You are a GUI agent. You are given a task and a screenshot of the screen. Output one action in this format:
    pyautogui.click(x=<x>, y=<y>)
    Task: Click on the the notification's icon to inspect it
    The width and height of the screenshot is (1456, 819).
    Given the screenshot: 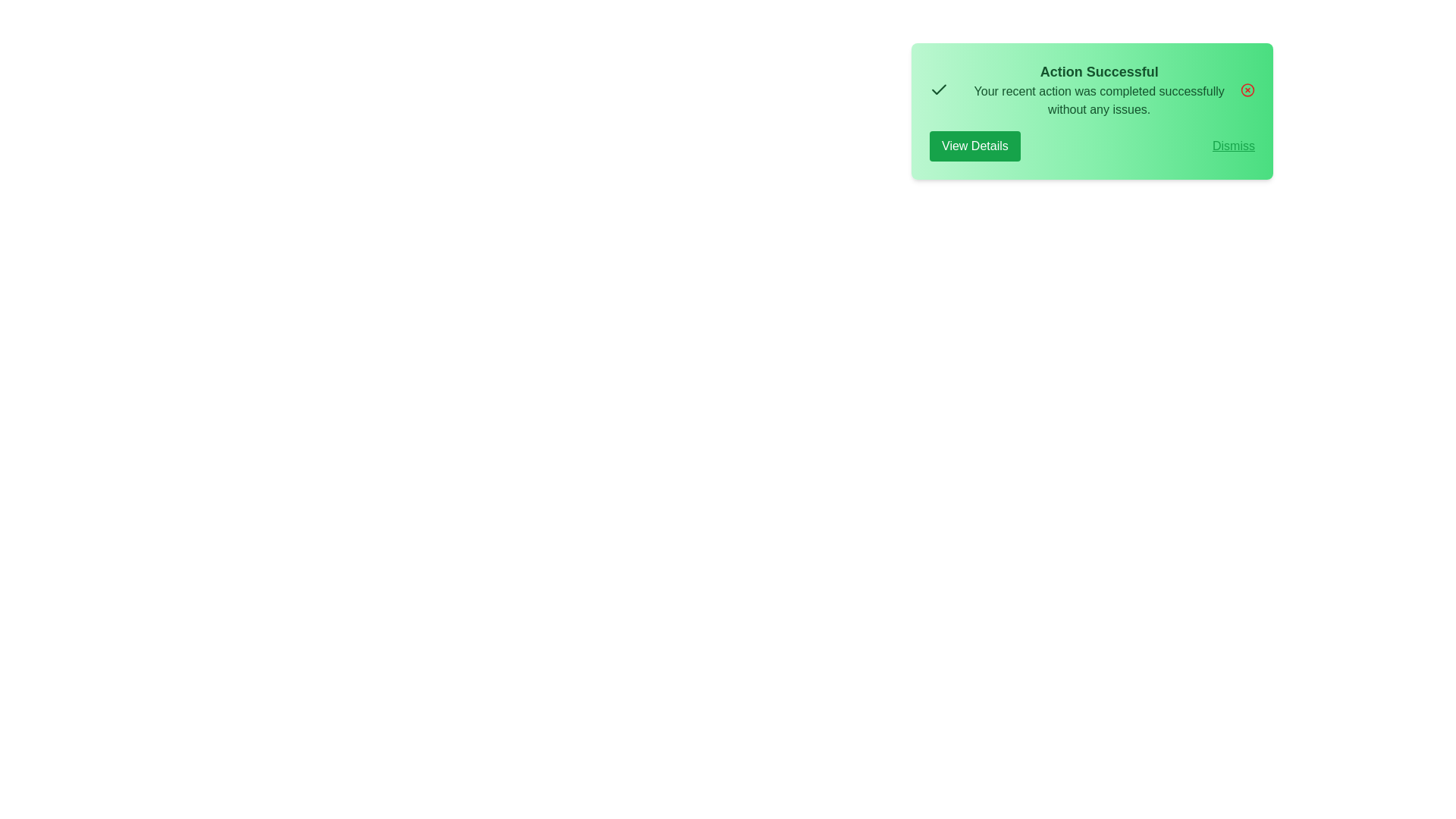 What is the action you would take?
    pyautogui.click(x=938, y=90)
    